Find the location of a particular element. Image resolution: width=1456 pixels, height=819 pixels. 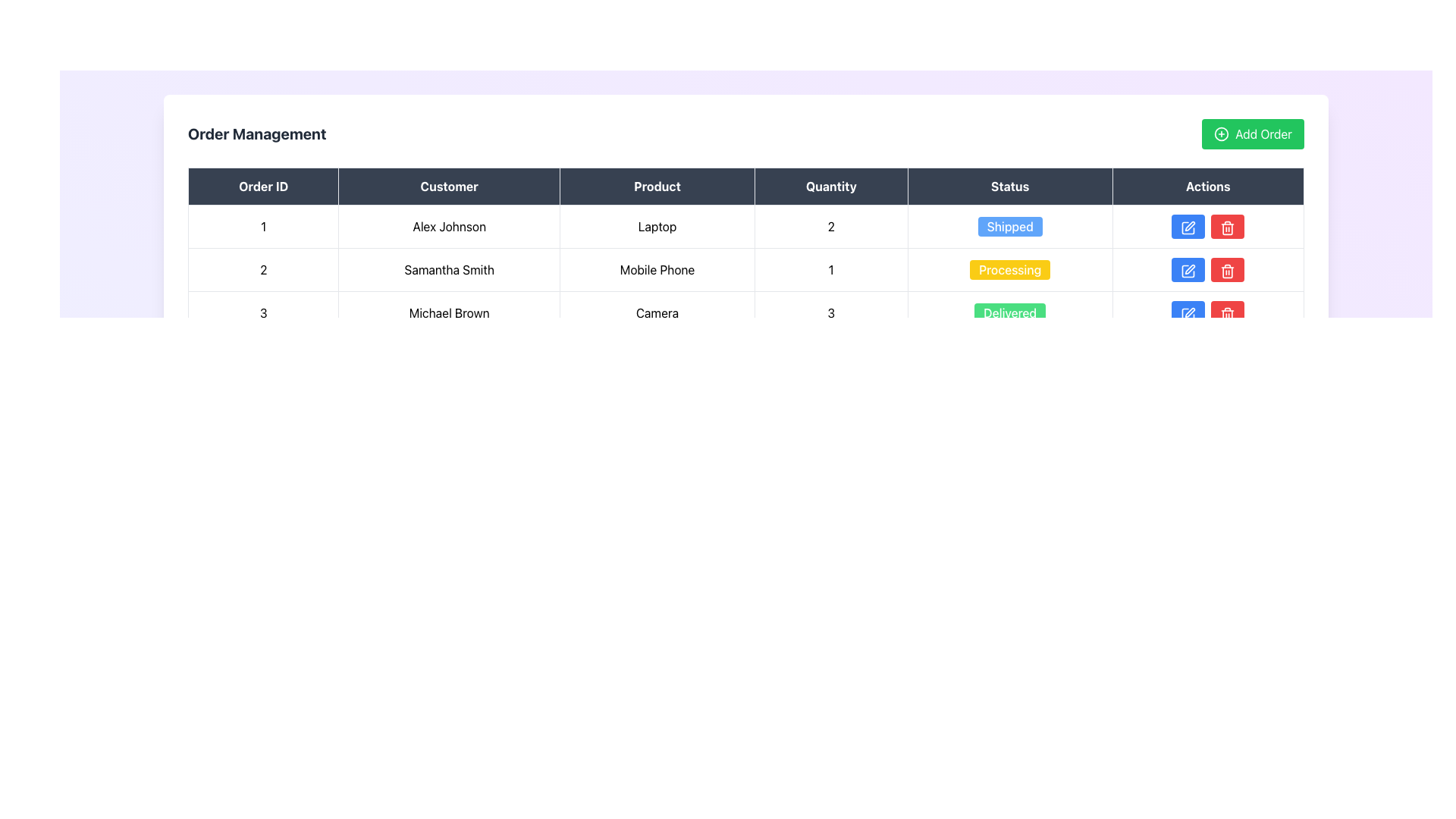

the edit button located in the 'Actions' column of the second row in the table to invoke editing functionality is located at coordinates (1187, 268).